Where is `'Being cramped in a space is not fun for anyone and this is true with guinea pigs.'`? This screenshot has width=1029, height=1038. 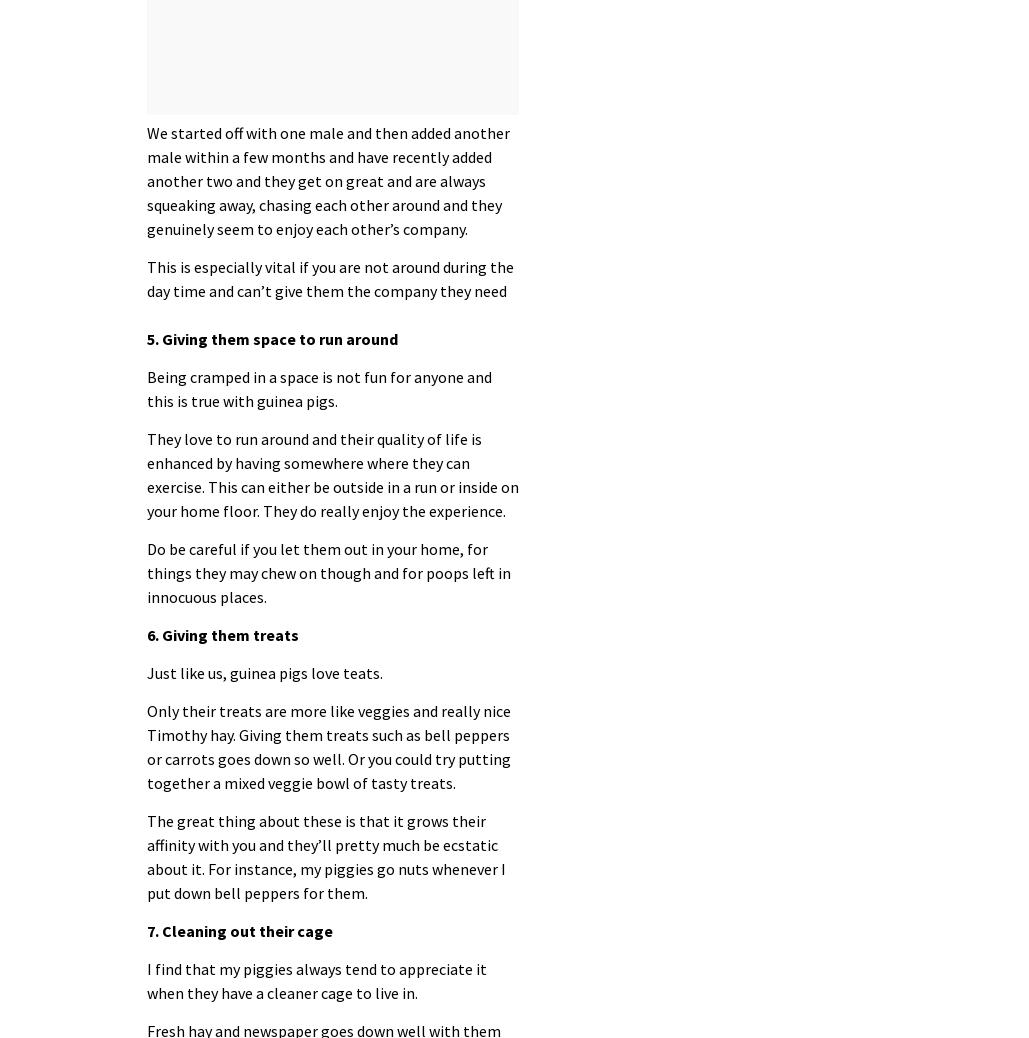 'Being cramped in a space is not fun for anyone and this is true with guinea pigs.' is located at coordinates (145, 388).